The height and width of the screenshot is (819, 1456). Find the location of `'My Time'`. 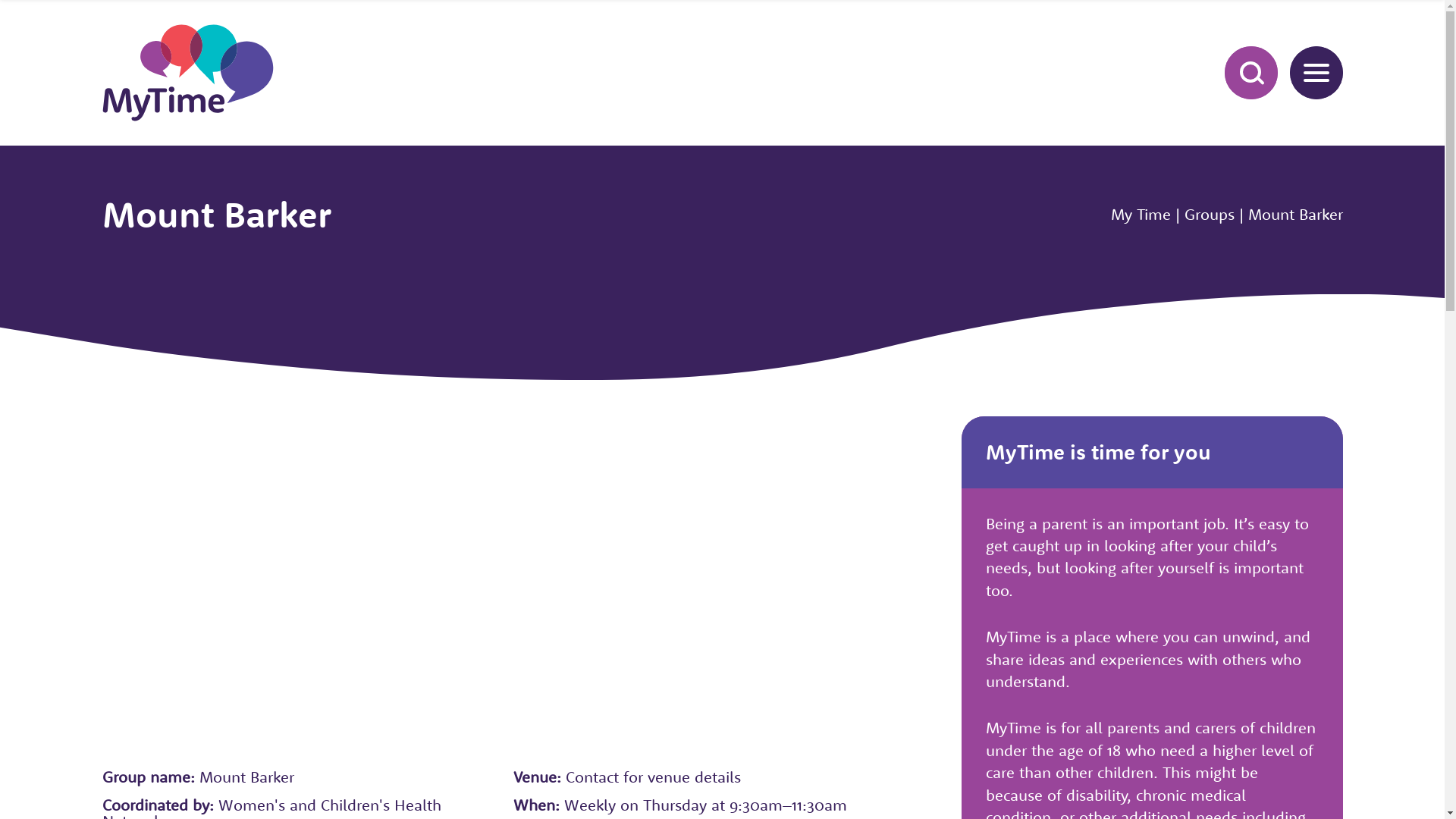

'My Time' is located at coordinates (1110, 213).